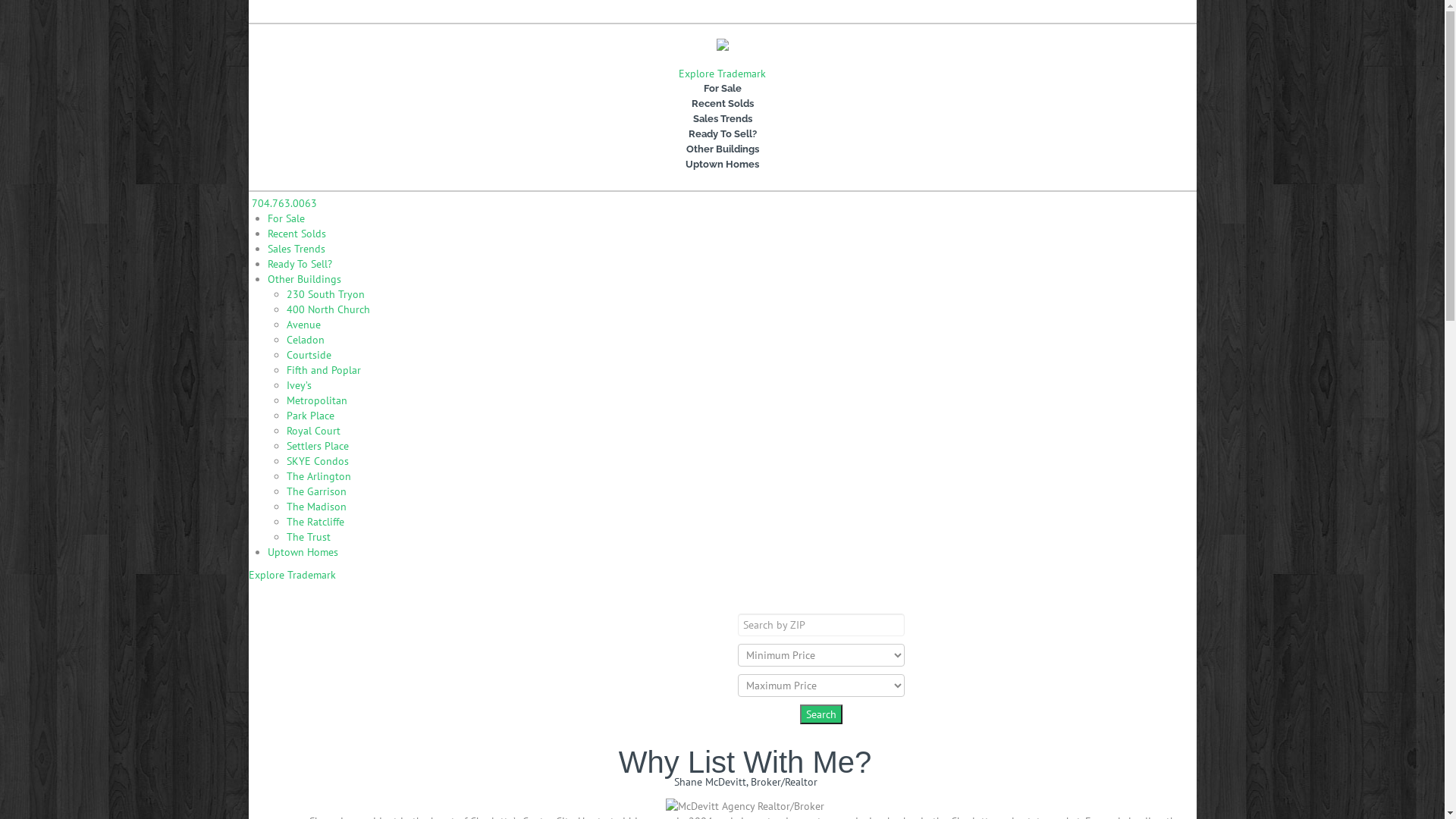  I want to click on 'Uptown Homes', so click(302, 552).